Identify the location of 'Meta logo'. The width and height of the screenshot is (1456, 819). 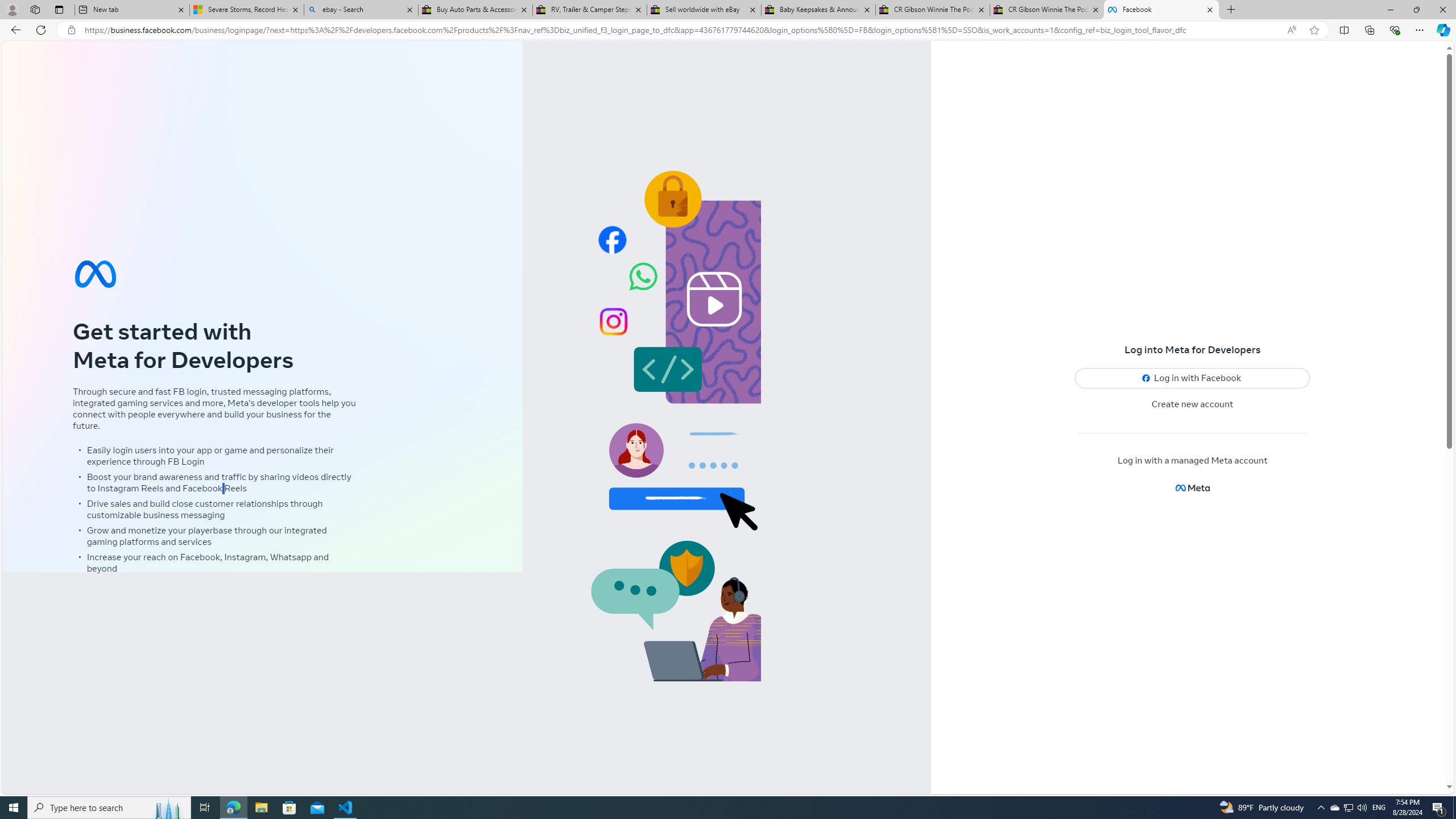
(1192, 487).